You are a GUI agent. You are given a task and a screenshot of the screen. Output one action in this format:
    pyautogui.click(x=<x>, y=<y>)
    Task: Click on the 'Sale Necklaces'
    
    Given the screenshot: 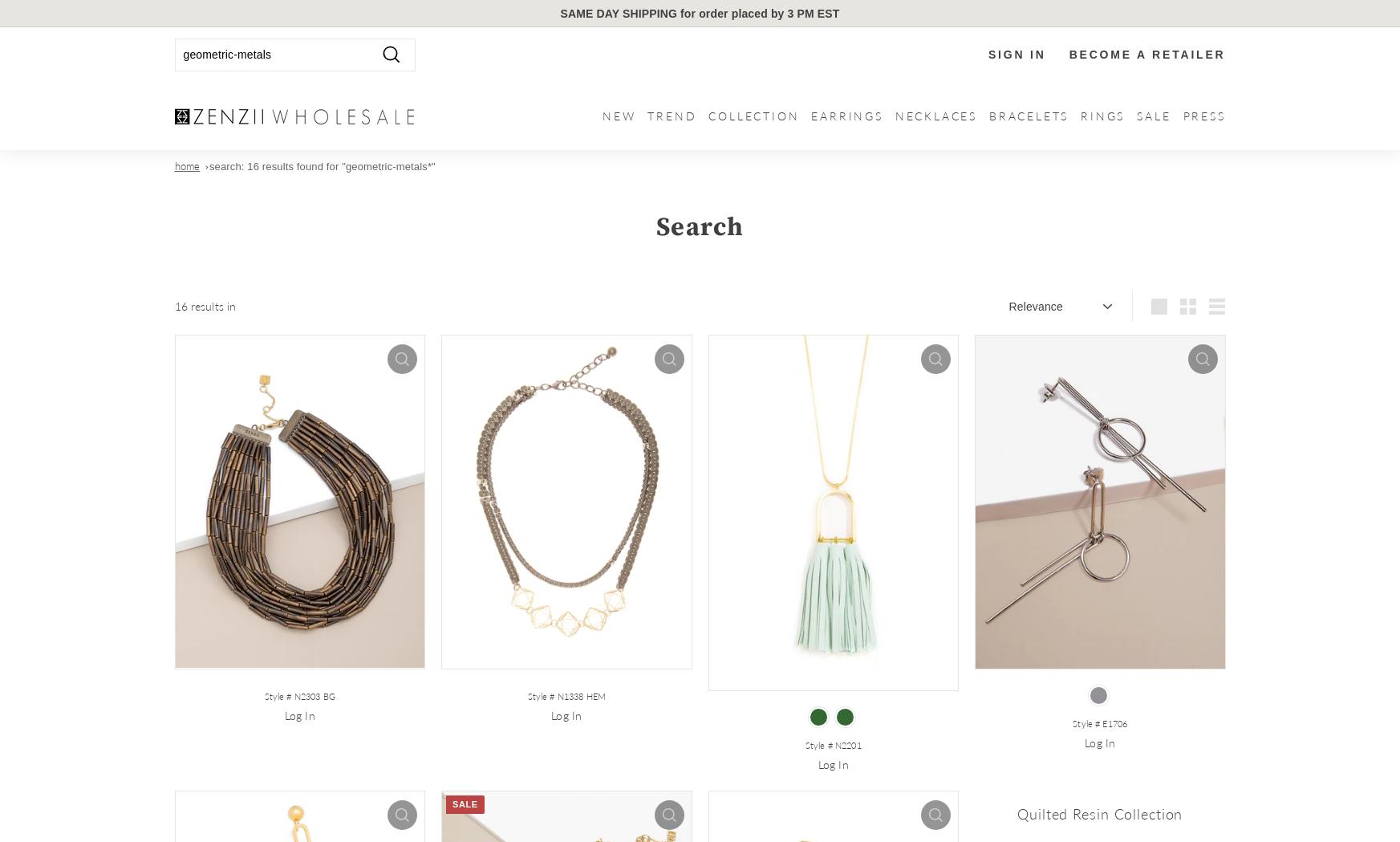 What is the action you would take?
    pyautogui.click(x=1186, y=214)
    